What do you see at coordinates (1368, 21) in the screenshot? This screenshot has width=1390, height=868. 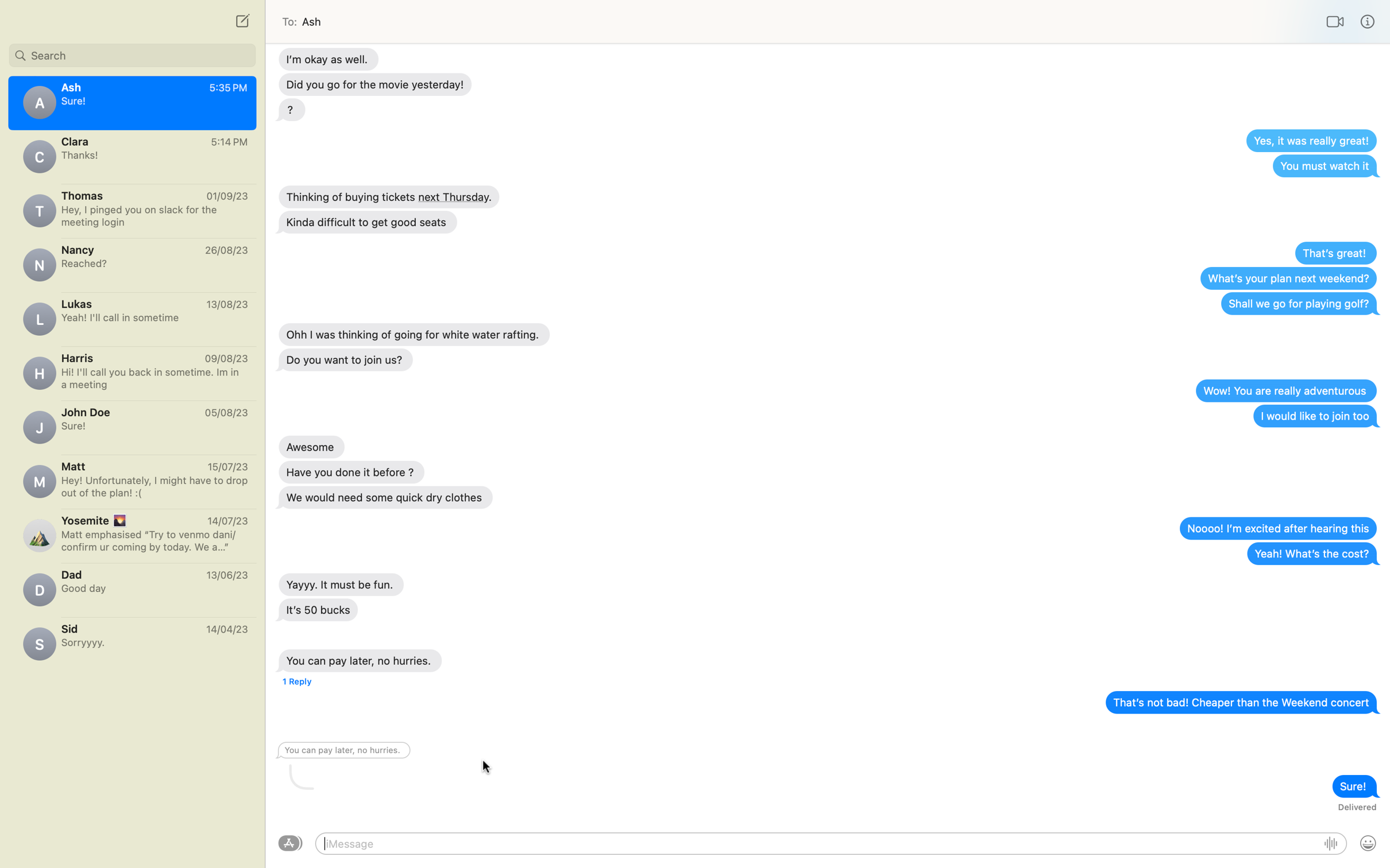 I see `information tab` at bounding box center [1368, 21].